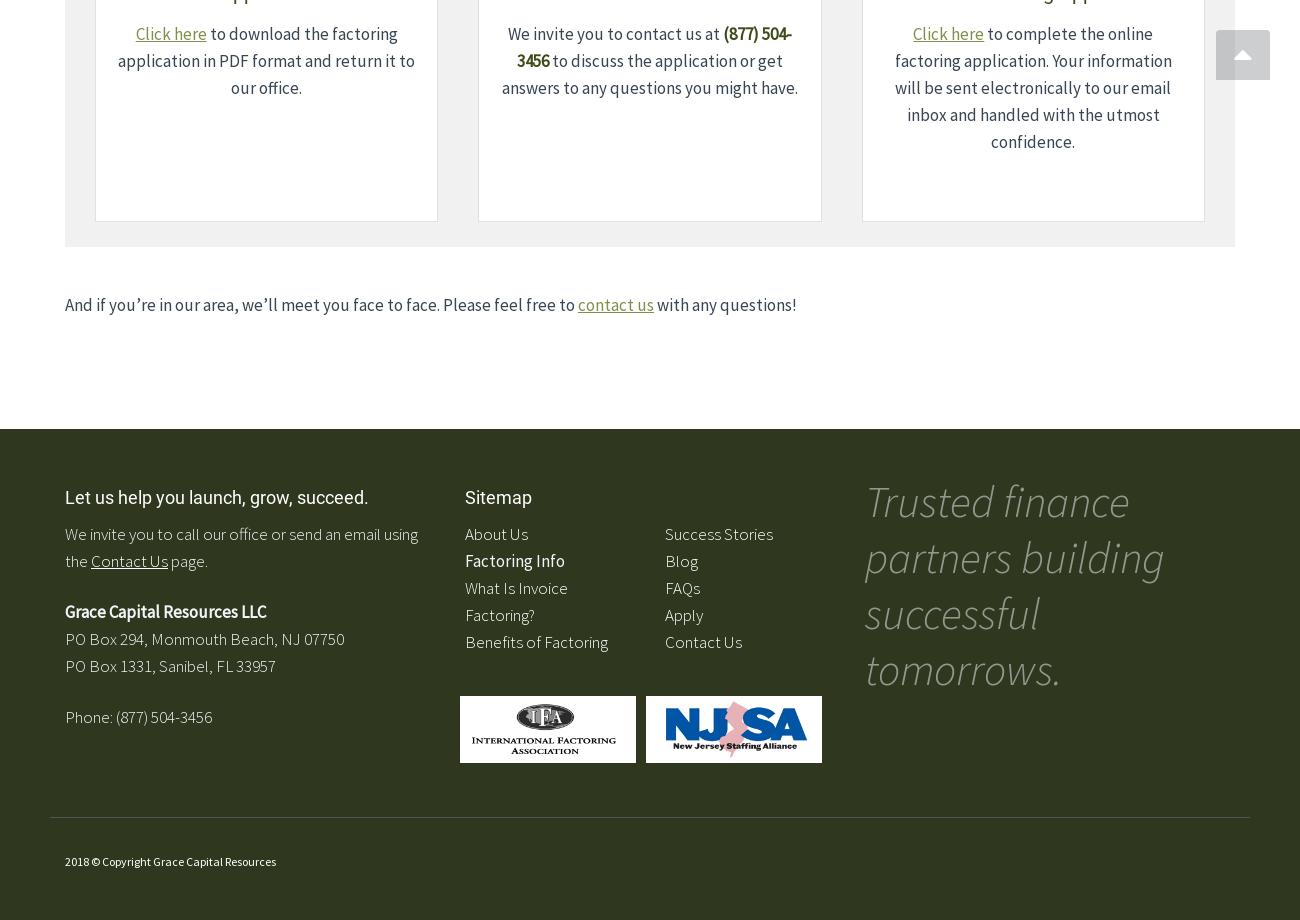 The width and height of the screenshot is (1300, 920). I want to click on 'Trusted finance partners building successful tomorrows.', so click(1014, 584).